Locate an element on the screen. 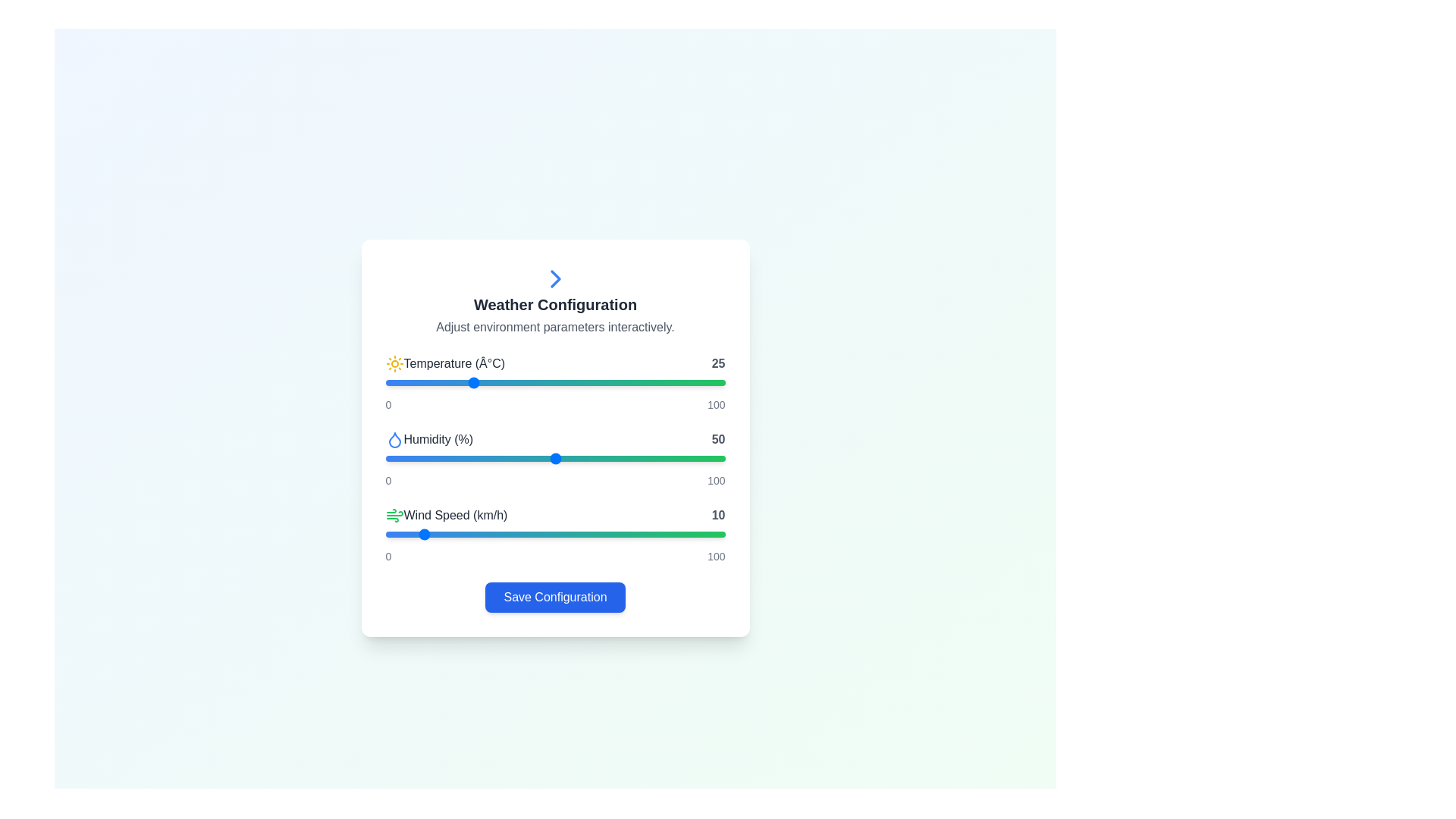 Image resolution: width=1456 pixels, height=819 pixels. the 'Save Changes' button located at the bottom of the 'Weather Configuration' panel is located at coordinates (554, 596).